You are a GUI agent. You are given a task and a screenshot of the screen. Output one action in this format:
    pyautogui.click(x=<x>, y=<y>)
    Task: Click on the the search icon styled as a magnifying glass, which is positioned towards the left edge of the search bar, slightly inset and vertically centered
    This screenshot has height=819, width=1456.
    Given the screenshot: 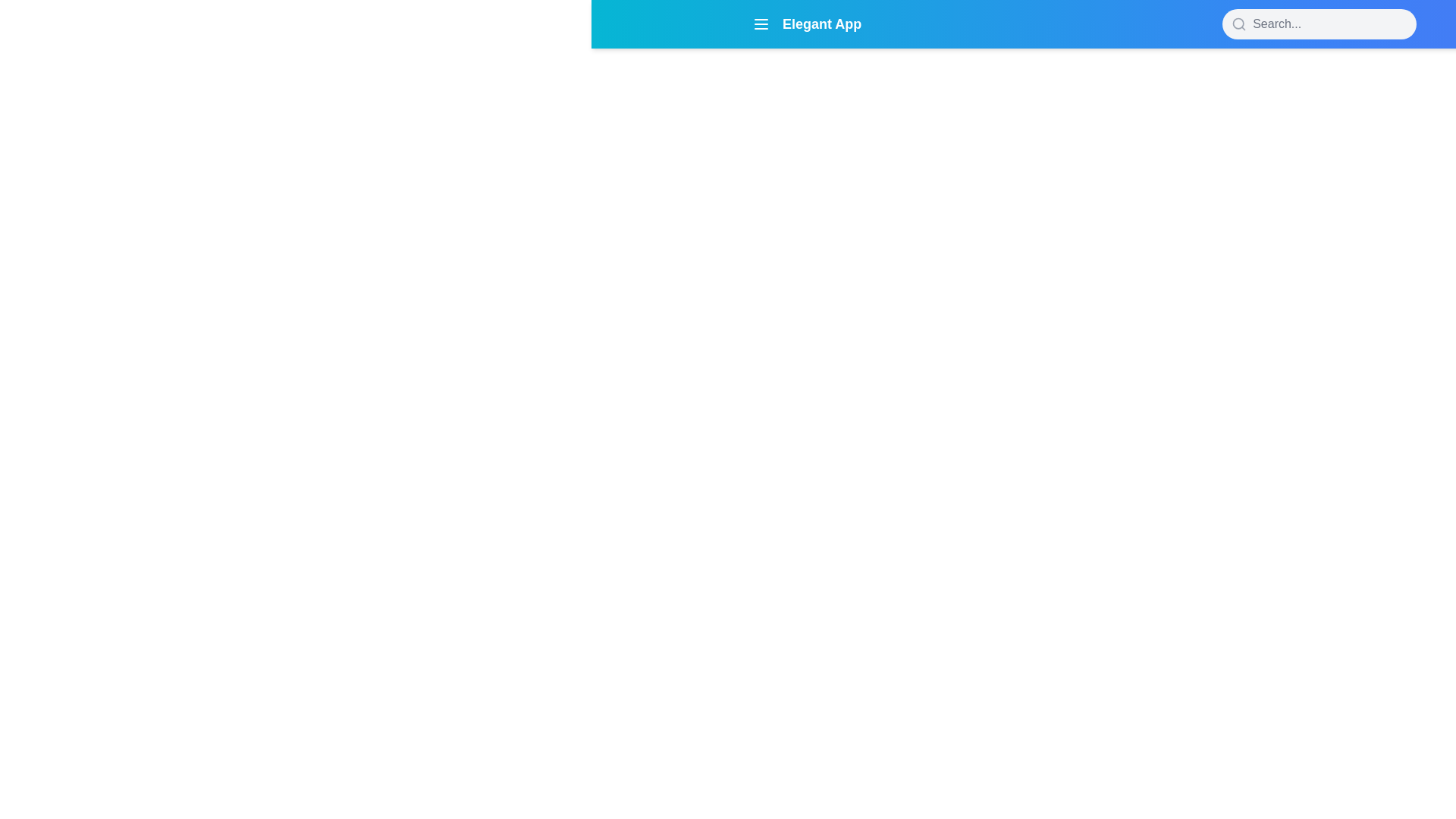 What is the action you would take?
    pyautogui.click(x=1239, y=24)
    